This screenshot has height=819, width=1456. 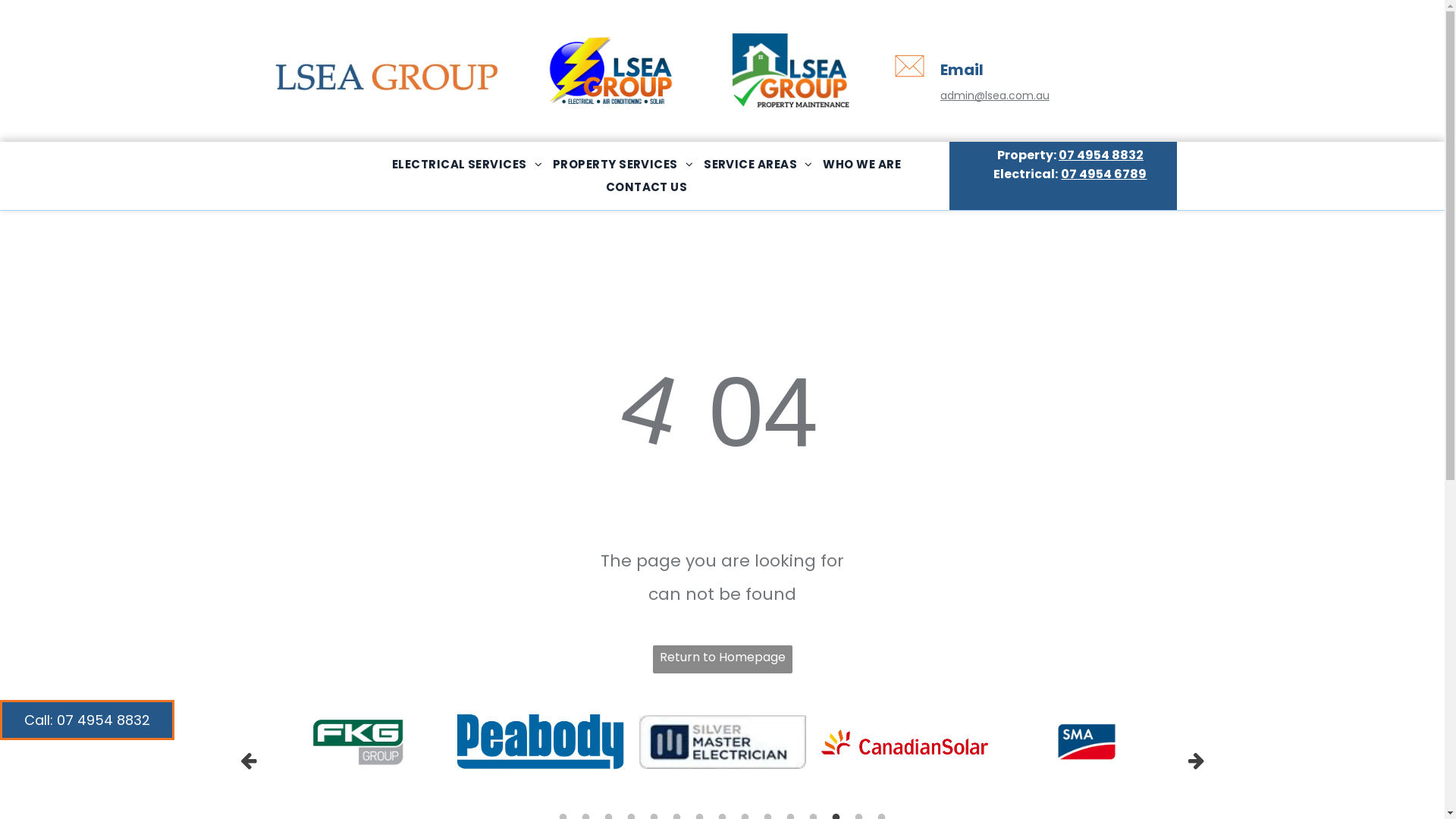 What do you see at coordinates (994, 96) in the screenshot?
I see `'admin@lsea.com.au'` at bounding box center [994, 96].